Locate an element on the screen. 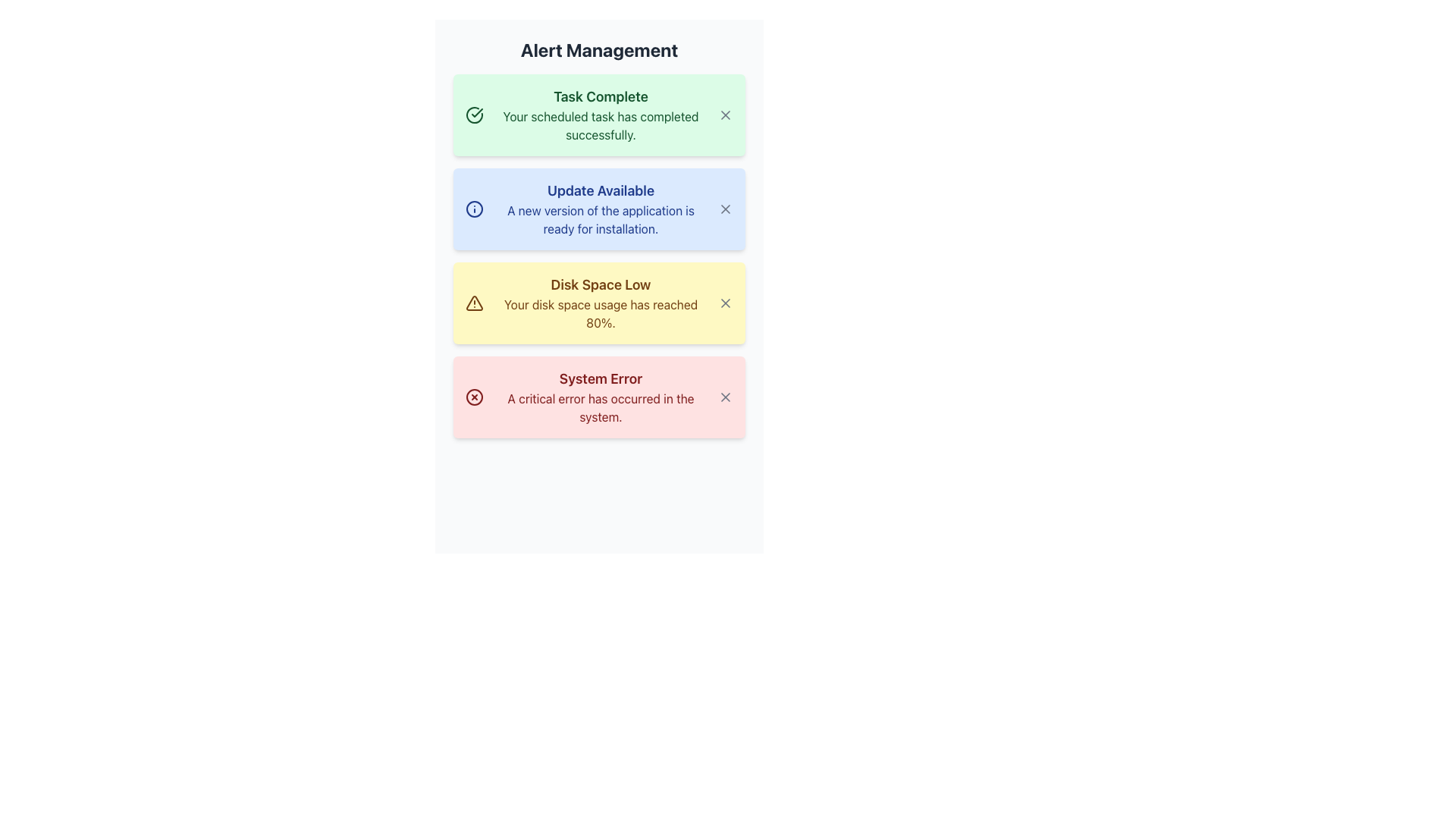 The image size is (1456, 819). static text label displaying 'Update Available' in bold, located prominently in the notification section under 'Alert Management' is located at coordinates (600, 190).